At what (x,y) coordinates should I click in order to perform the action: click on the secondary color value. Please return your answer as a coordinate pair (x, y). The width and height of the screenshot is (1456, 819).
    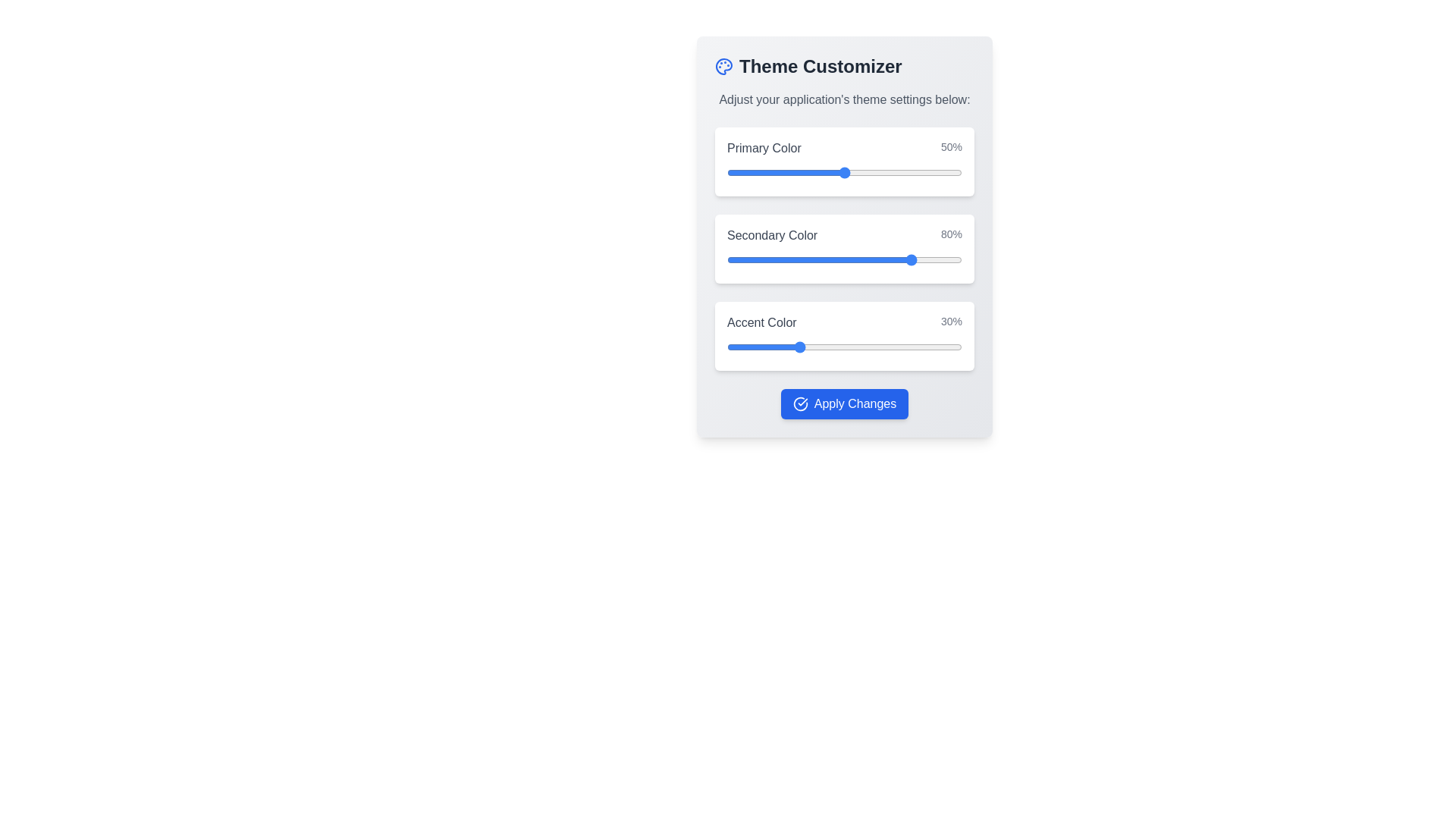
    Looking at the image, I should click on (947, 259).